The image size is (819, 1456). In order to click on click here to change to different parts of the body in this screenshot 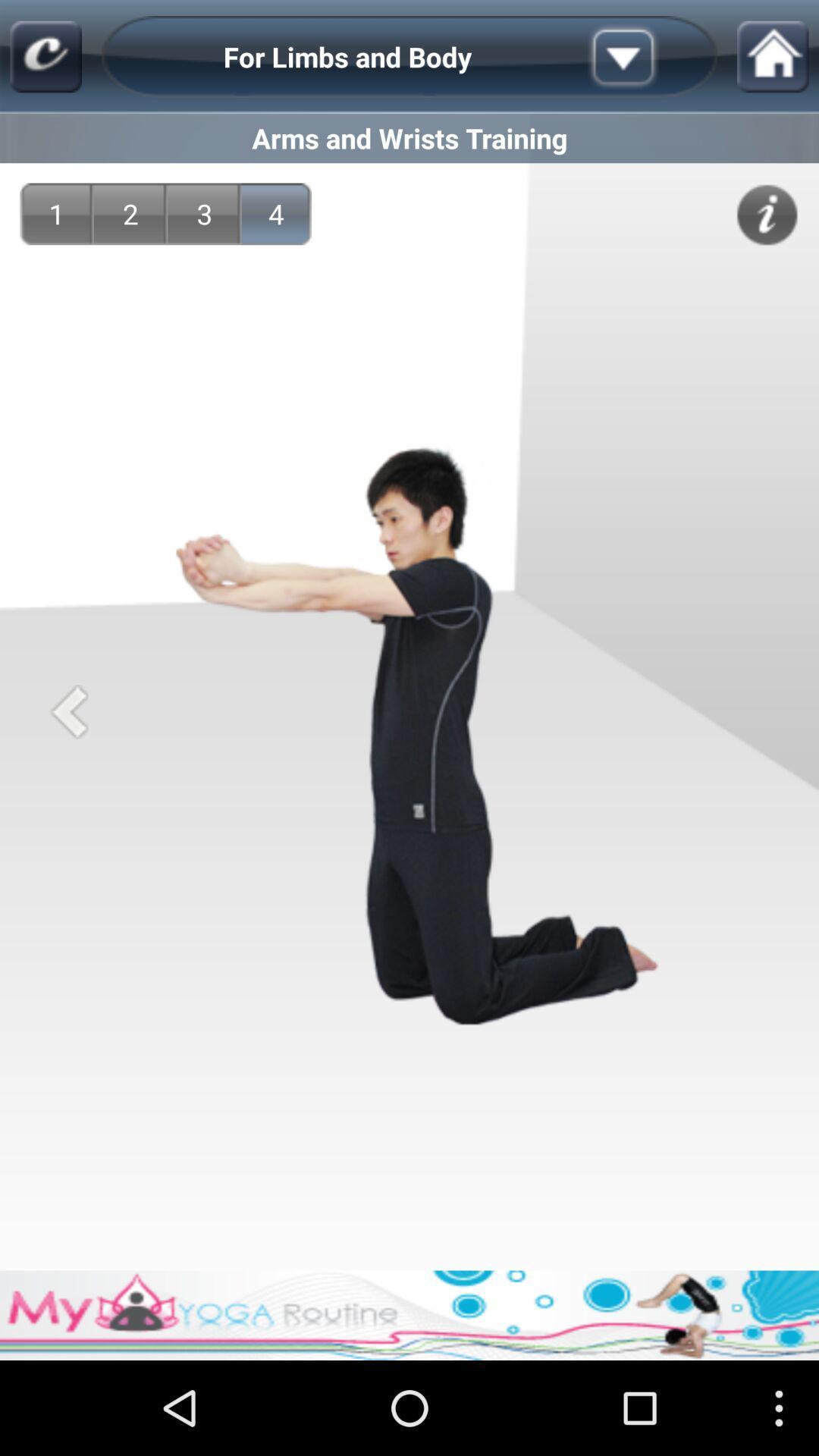, I will do `click(647, 57)`.